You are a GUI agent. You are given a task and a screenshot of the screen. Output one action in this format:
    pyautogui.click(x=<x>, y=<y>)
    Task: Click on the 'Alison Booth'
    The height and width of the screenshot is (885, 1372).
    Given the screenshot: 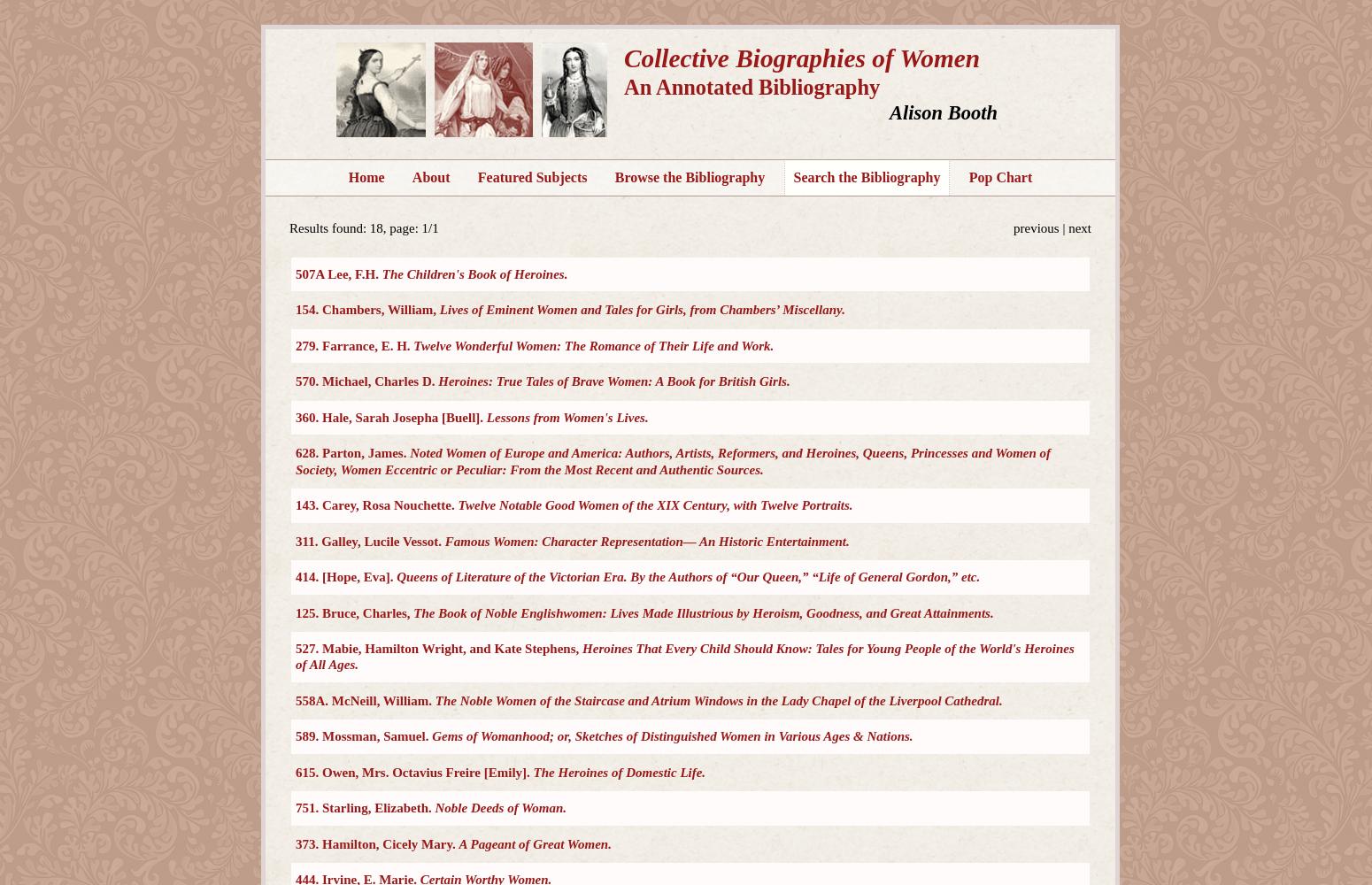 What is the action you would take?
    pyautogui.click(x=943, y=112)
    